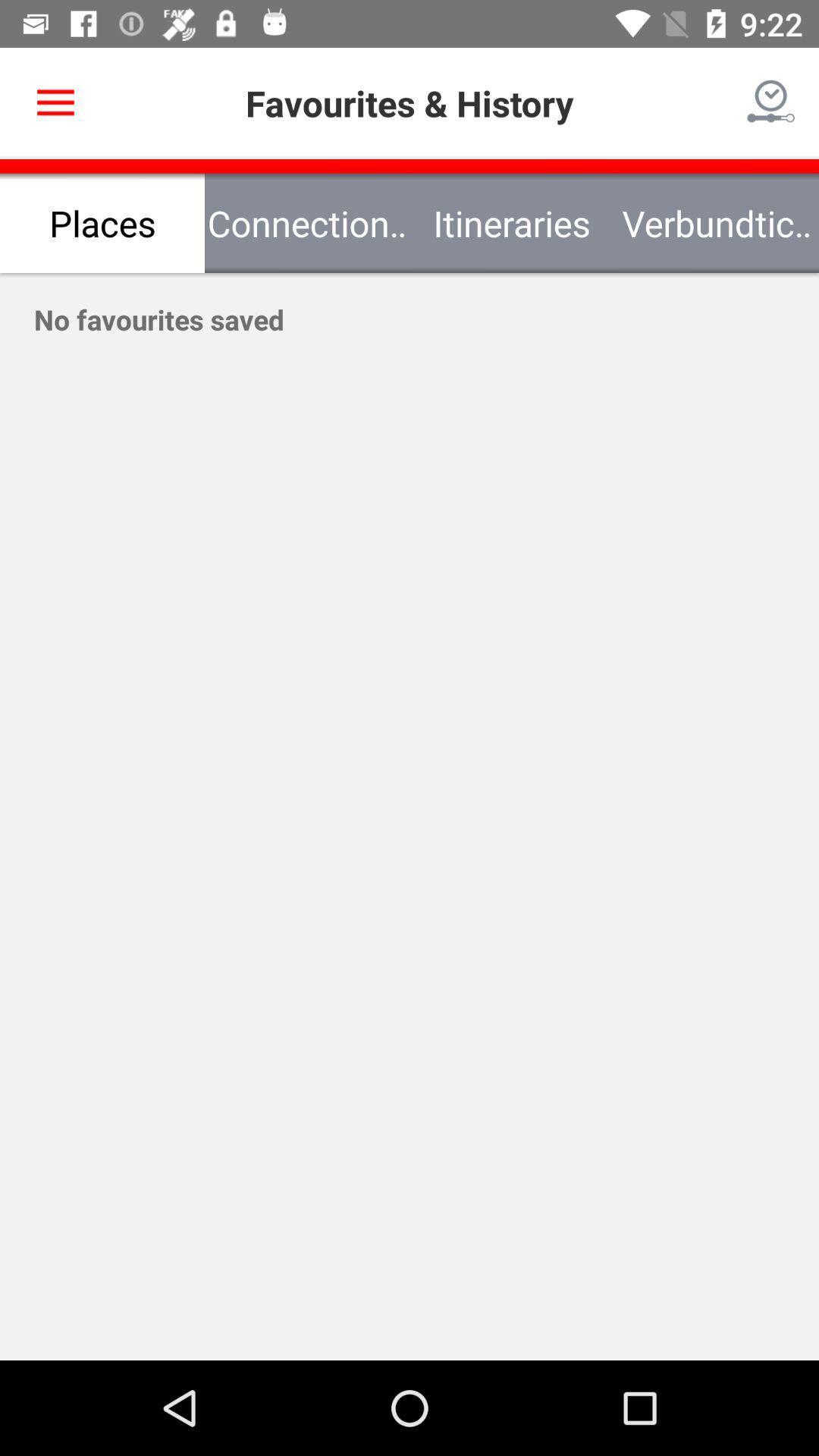  I want to click on the icon to the left of the connection requests item, so click(102, 222).